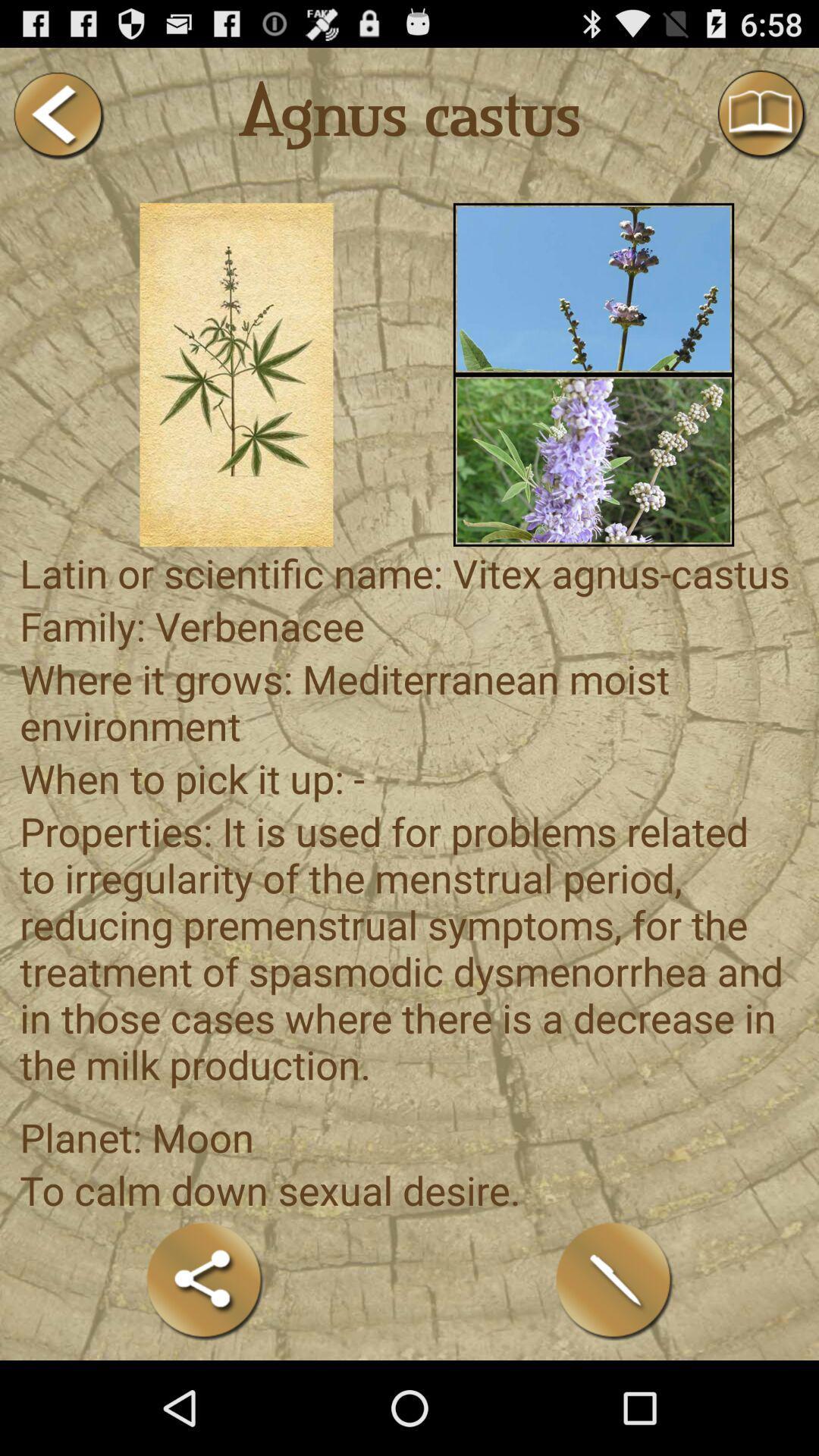 The width and height of the screenshot is (819, 1456). I want to click on zoom in picture, so click(237, 375).